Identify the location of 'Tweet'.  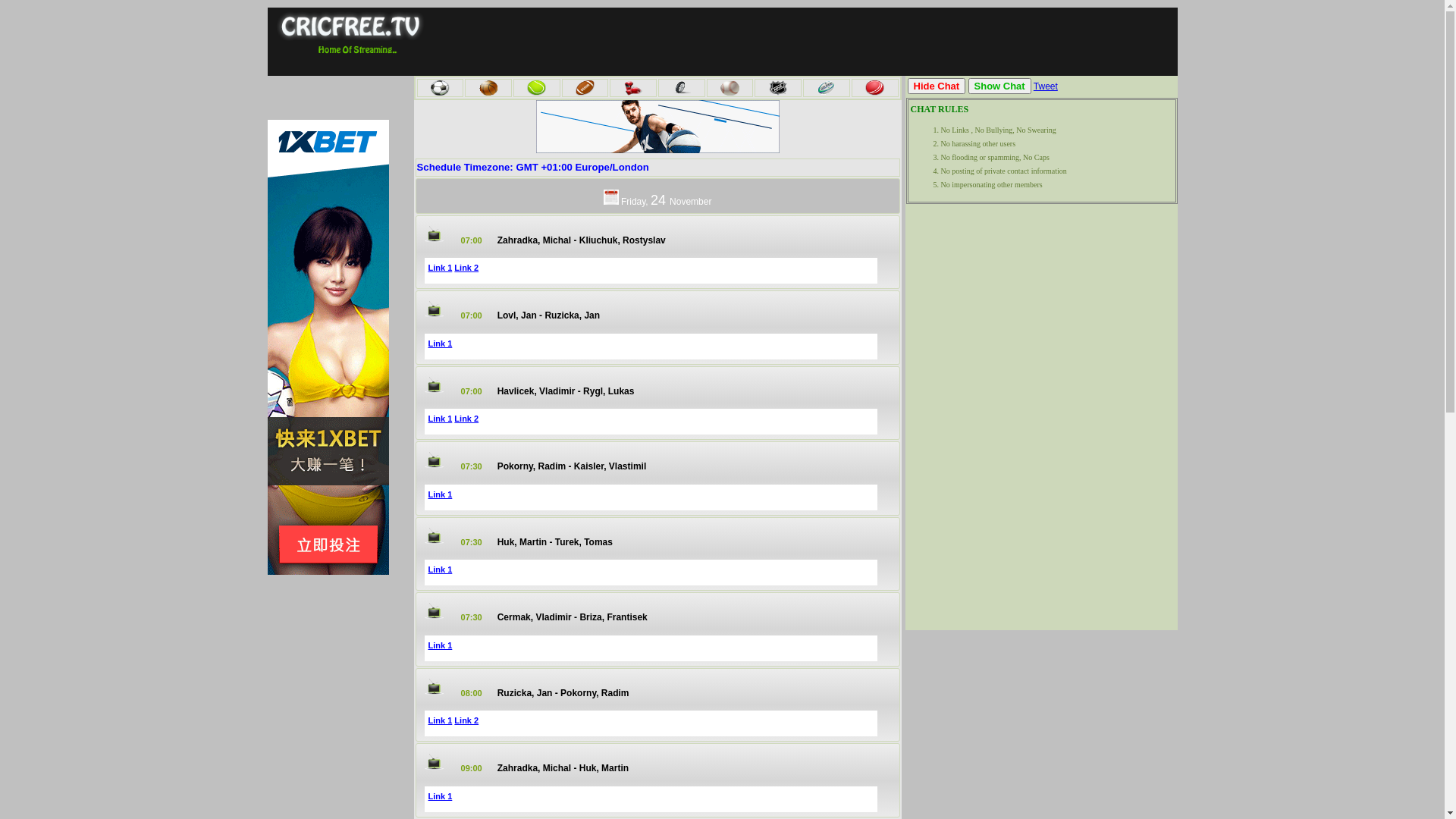
(1044, 86).